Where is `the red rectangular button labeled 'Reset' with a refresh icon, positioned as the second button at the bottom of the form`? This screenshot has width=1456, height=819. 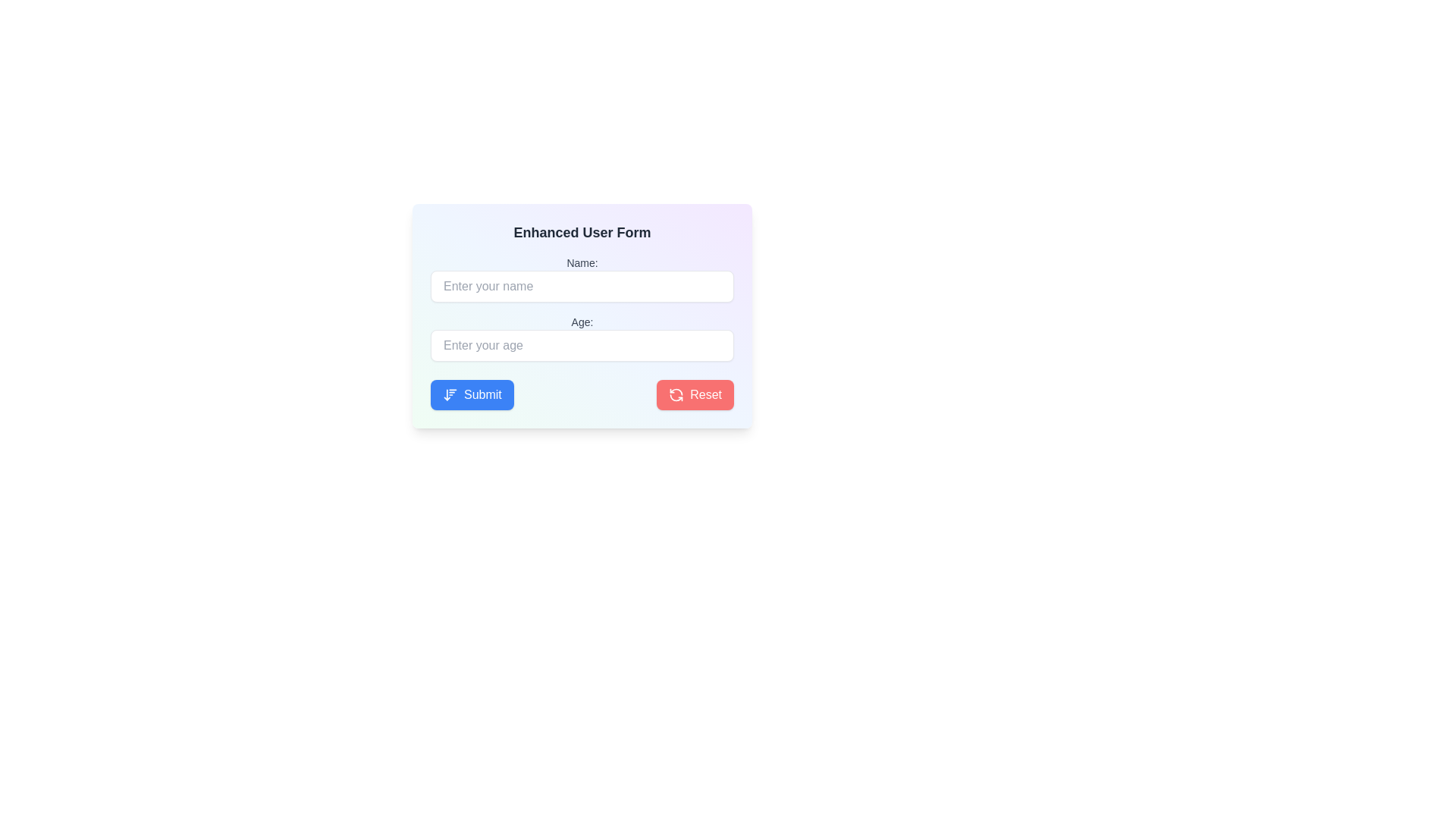
the red rectangular button labeled 'Reset' with a refresh icon, positioned as the second button at the bottom of the form is located at coordinates (695, 394).